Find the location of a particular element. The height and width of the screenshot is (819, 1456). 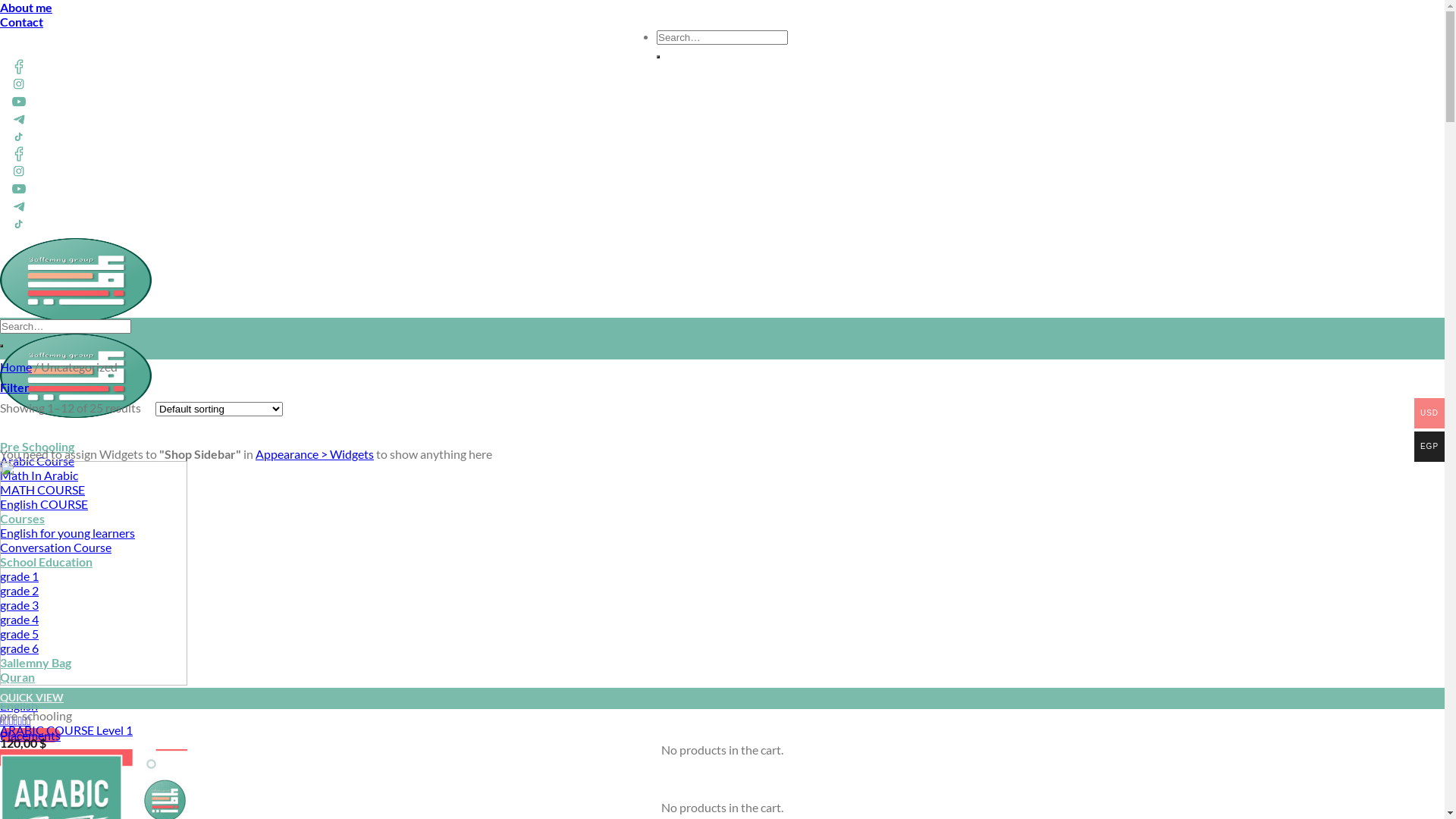

'About me' is located at coordinates (26, 7).